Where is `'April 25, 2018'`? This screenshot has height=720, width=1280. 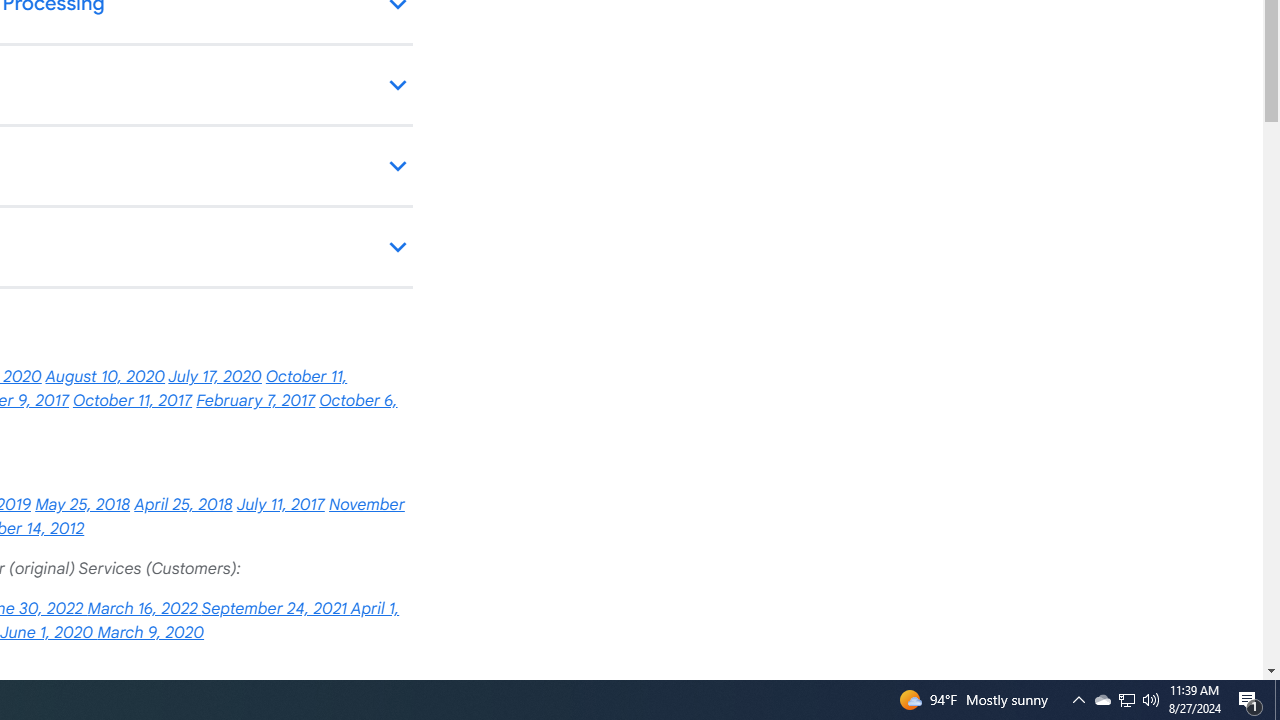 'April 25, 2018' is located at coordinates (183, 504).